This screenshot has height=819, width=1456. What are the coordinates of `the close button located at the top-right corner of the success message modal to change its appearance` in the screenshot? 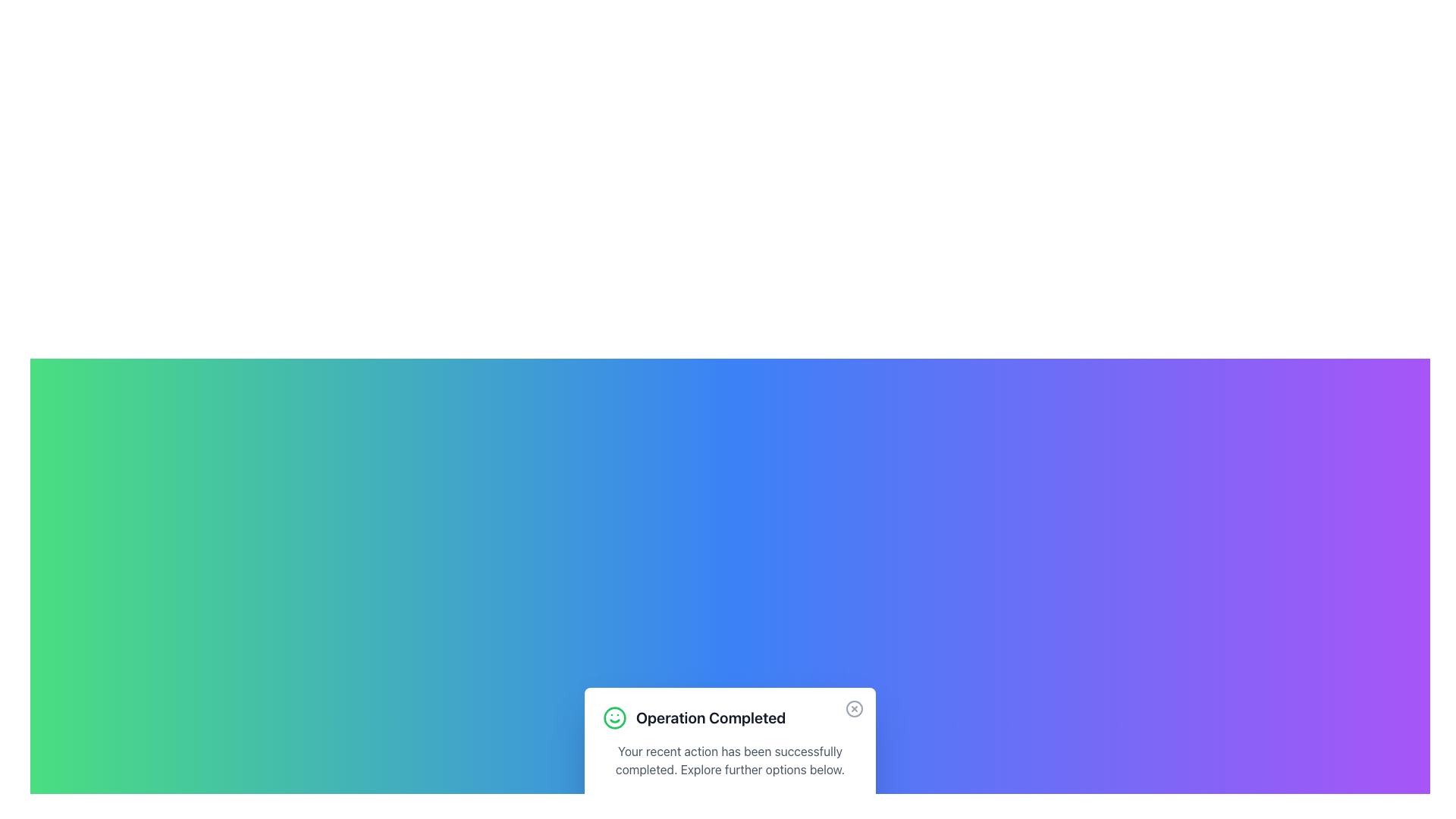 It's located at (855, 708).